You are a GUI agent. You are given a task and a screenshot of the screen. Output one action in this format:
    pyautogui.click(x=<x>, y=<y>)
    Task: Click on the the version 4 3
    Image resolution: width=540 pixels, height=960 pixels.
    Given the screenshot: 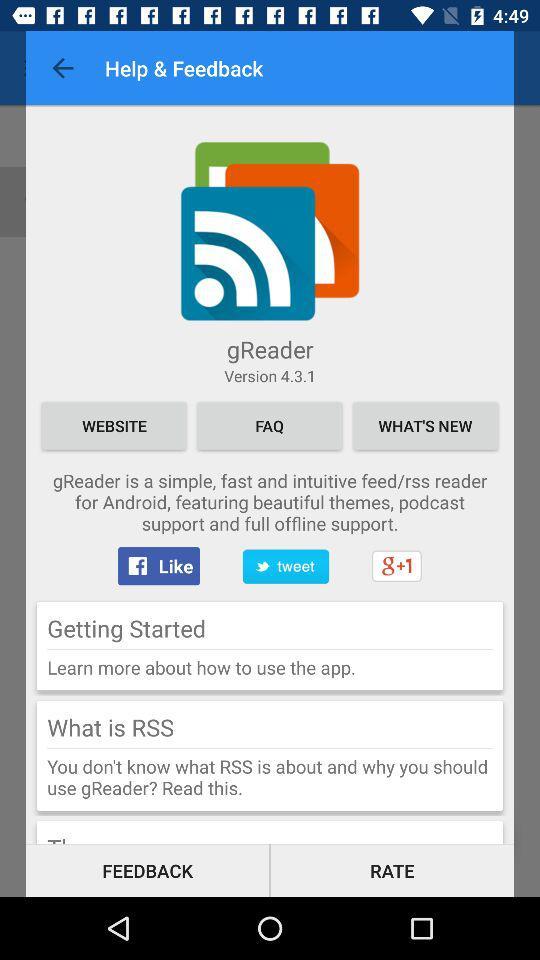 What is the action you would take?
    pyautogui.click(x=270, y=374)
    